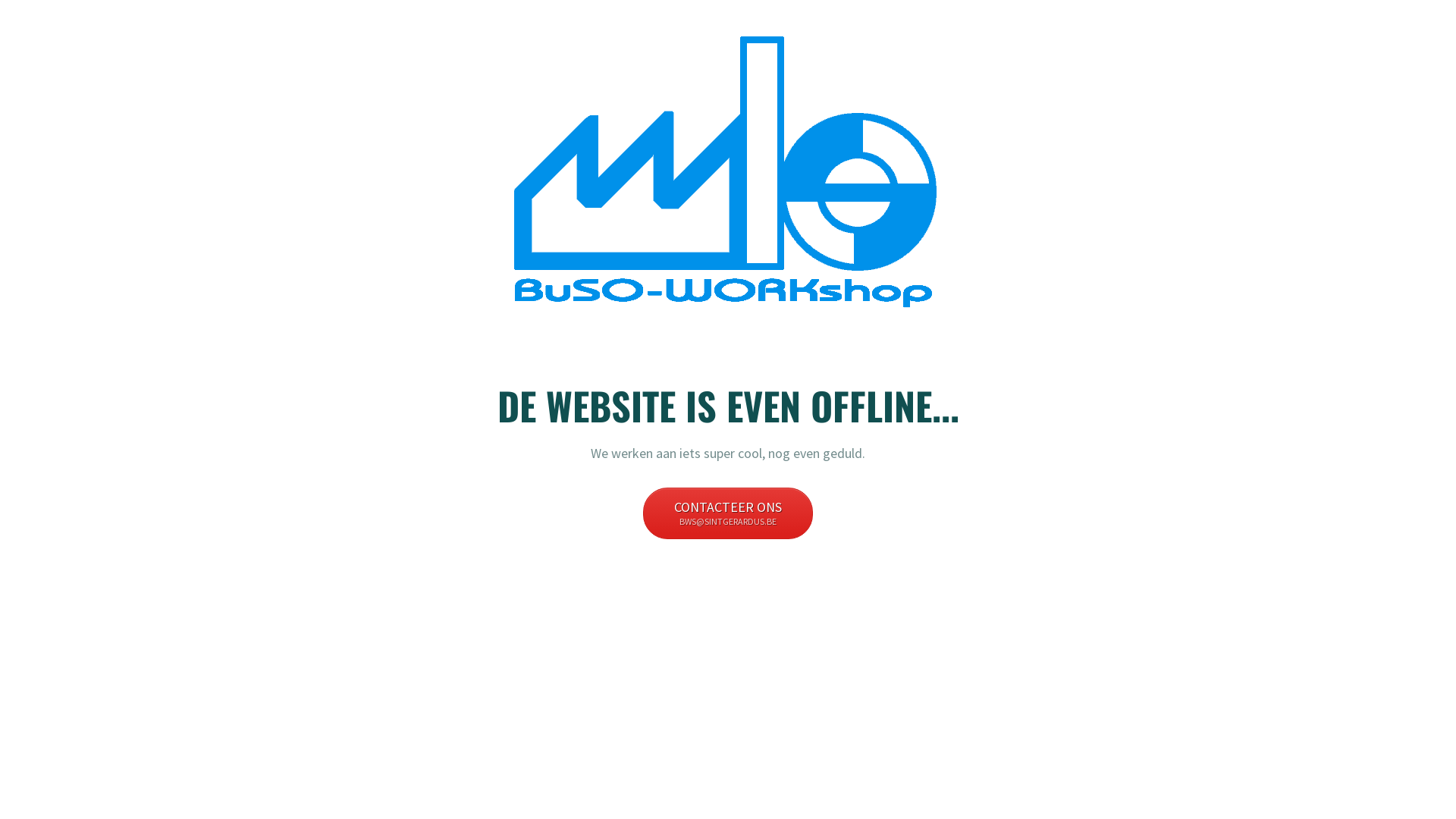  I want to click on 'CONTACTEER ONS, so click(728, 513).